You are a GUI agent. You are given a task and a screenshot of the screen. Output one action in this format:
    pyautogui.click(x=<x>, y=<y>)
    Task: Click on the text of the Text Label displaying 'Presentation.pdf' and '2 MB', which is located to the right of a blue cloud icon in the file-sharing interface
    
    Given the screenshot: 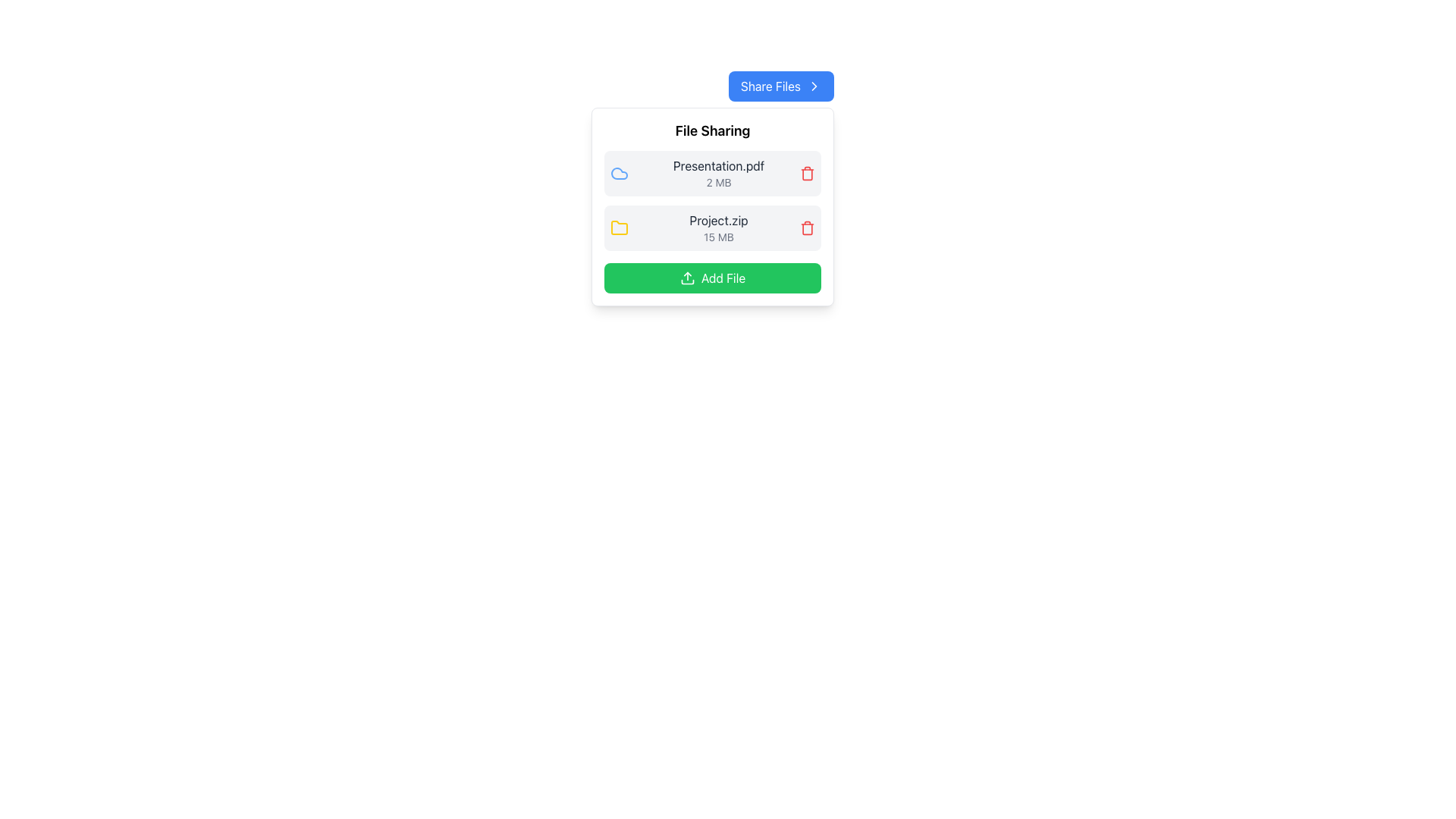 What is the action you would take?
    pyautogui.click(x=718, y=172)
    